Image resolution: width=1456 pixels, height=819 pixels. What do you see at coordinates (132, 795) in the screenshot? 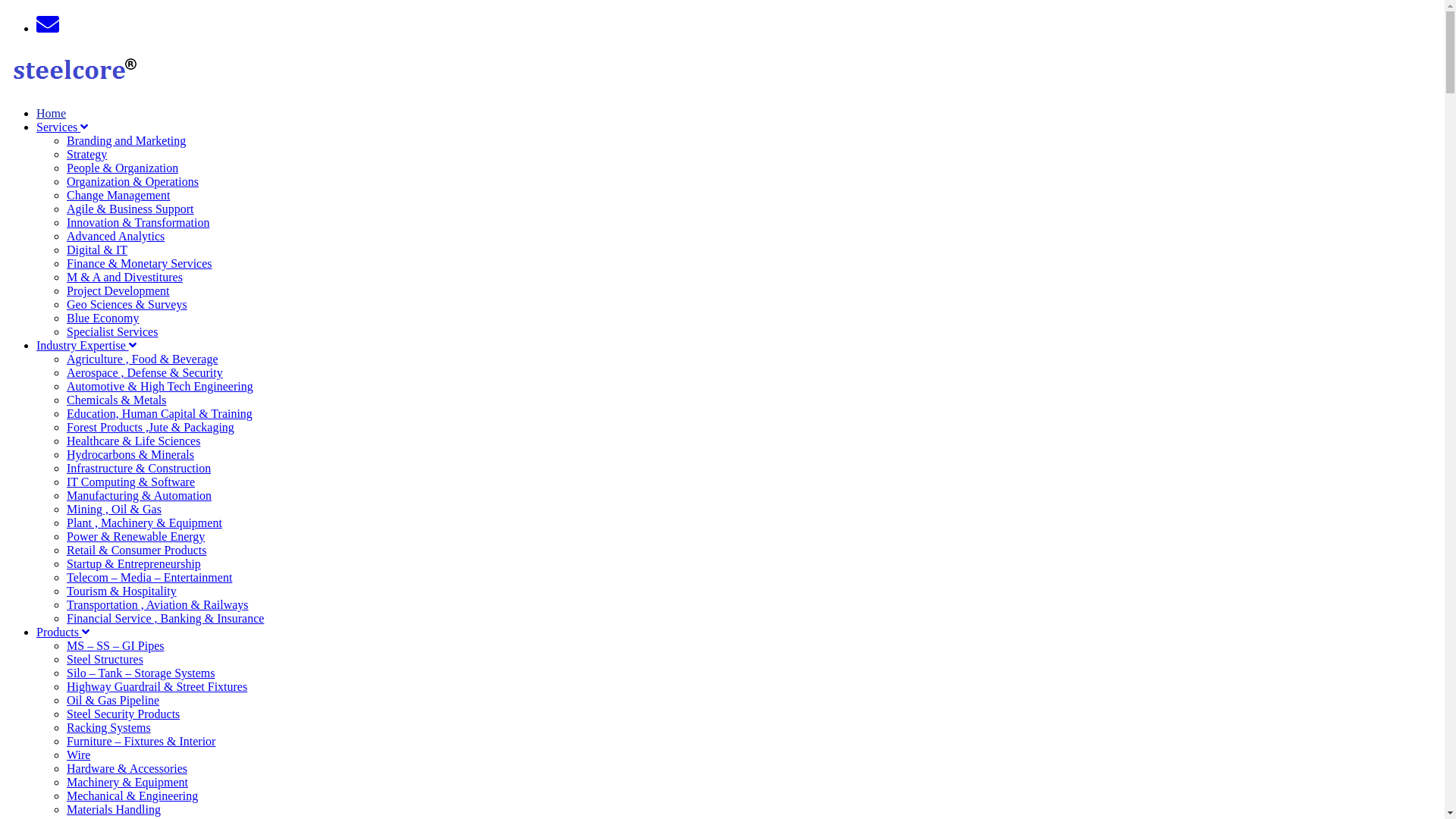
I see `'Mechanical & Engineering'` at bounding box center [132, 795].